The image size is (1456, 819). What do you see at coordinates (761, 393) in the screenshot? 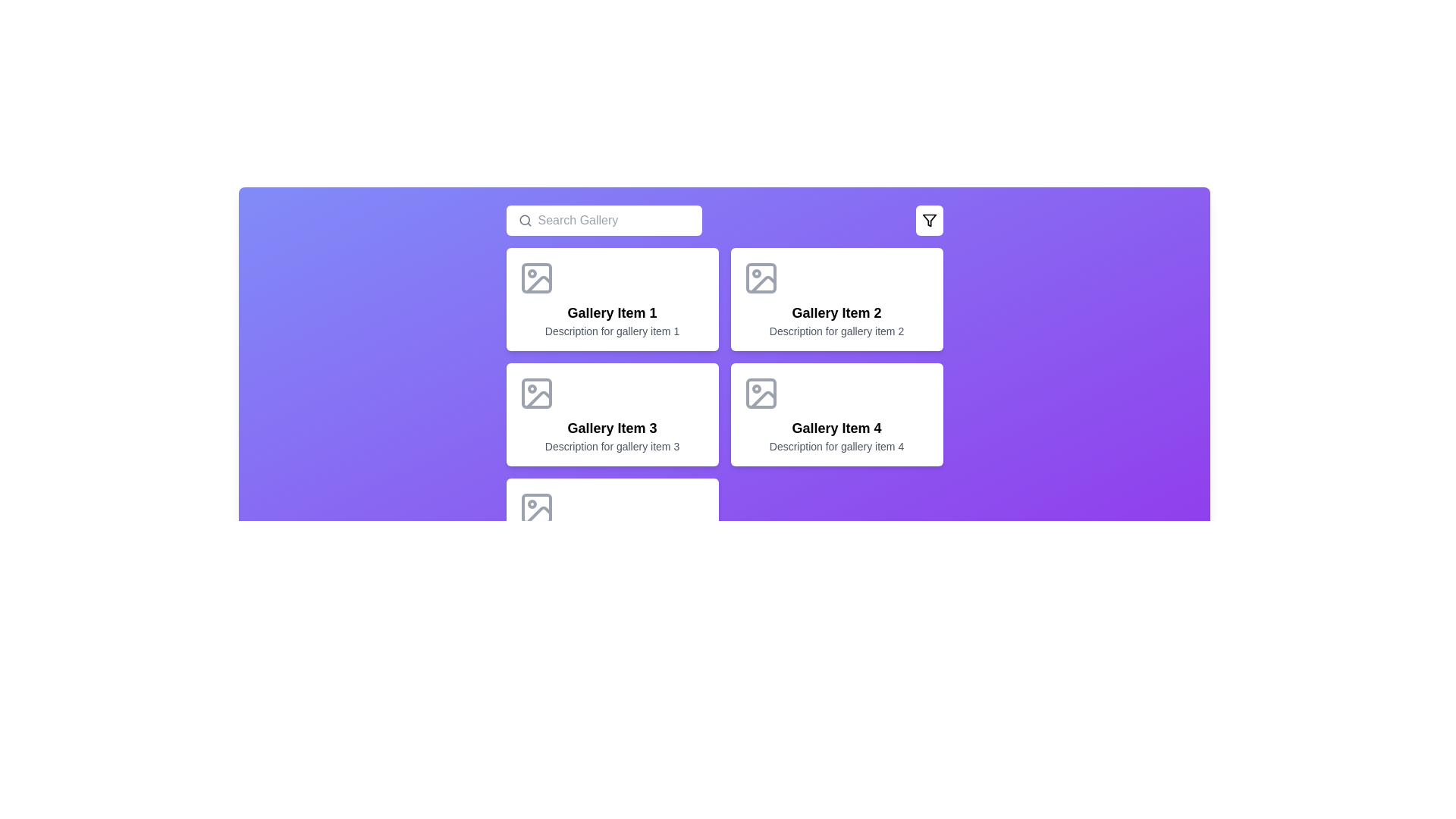
I see `the icon resembling an image symbol, styled in gray with a circular detail, located at the top-left inside the card labeled 'Gallery Item 4'` at bounding box center [761, 393].